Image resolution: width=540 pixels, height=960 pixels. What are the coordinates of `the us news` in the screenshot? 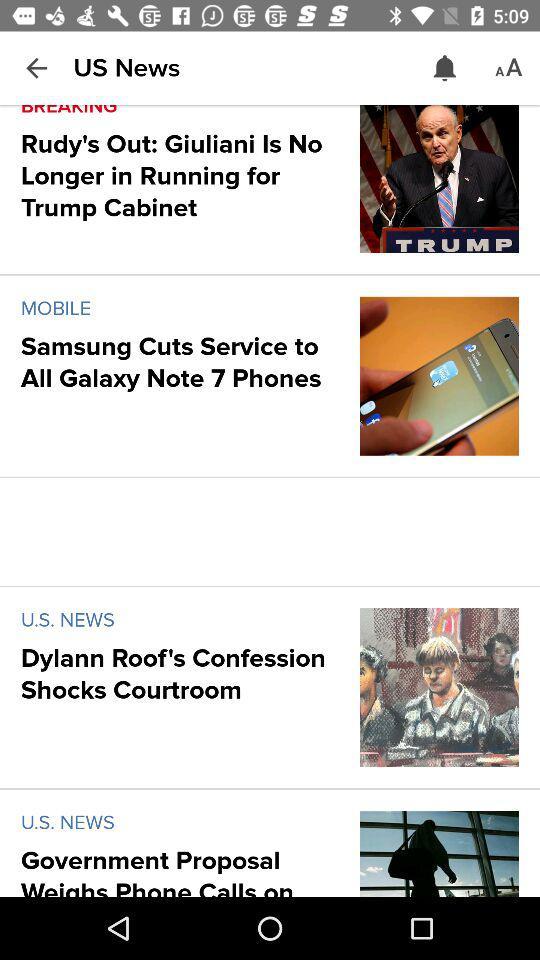 It's located at (126, 68).